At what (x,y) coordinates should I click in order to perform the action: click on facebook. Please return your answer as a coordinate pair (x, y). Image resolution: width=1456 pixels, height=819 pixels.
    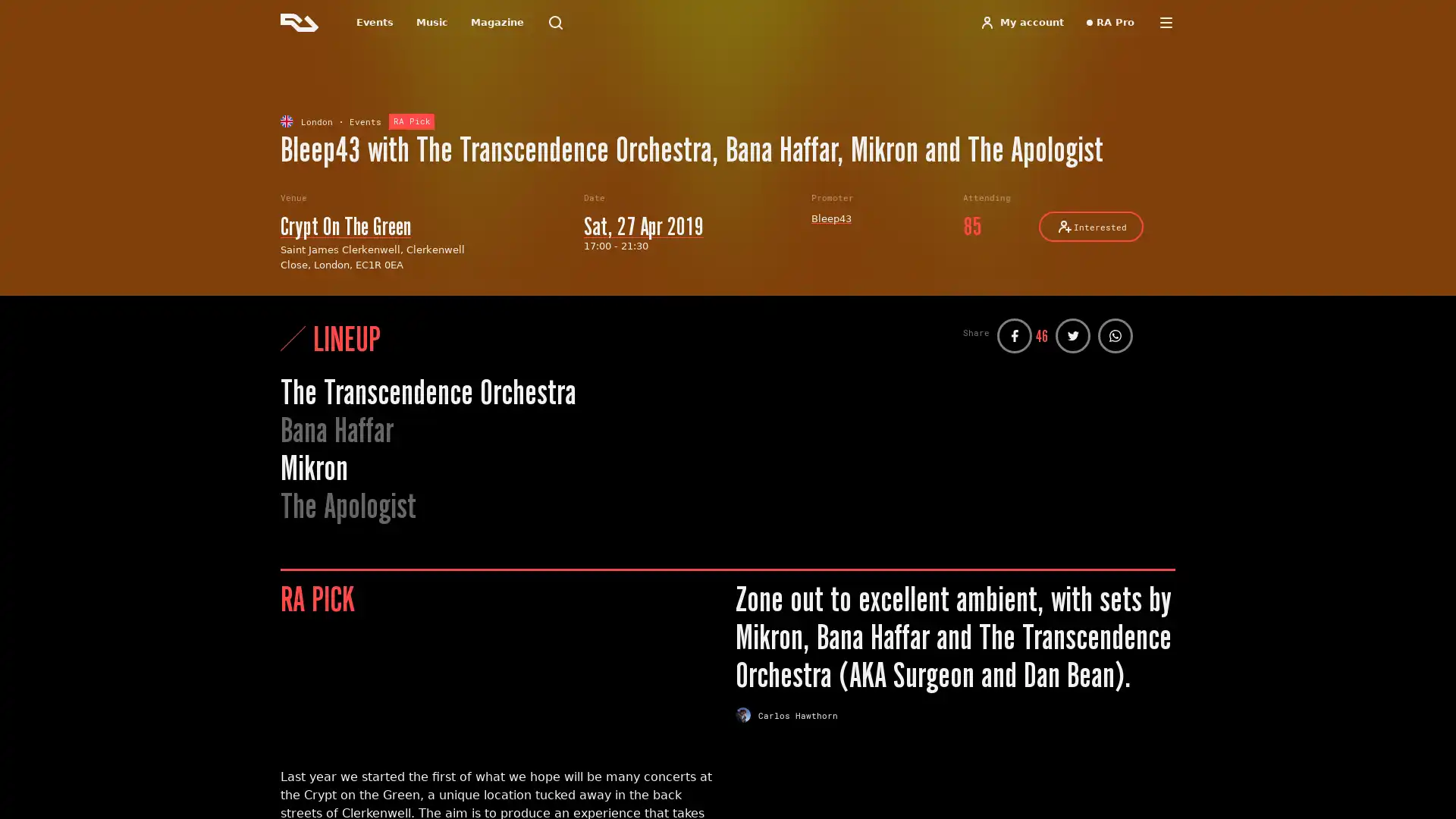
    Looking at the image, I should click on (1015, 335).